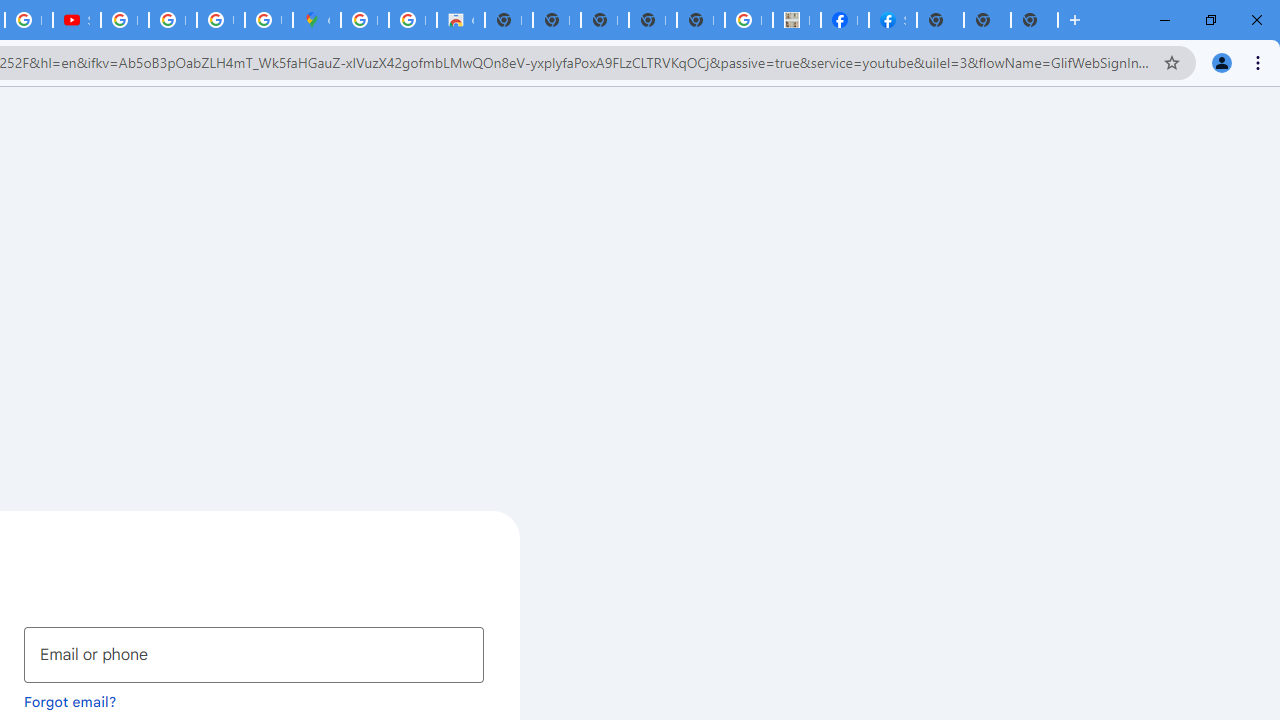  I want to click on 'Google Maps', so click(315, 20).